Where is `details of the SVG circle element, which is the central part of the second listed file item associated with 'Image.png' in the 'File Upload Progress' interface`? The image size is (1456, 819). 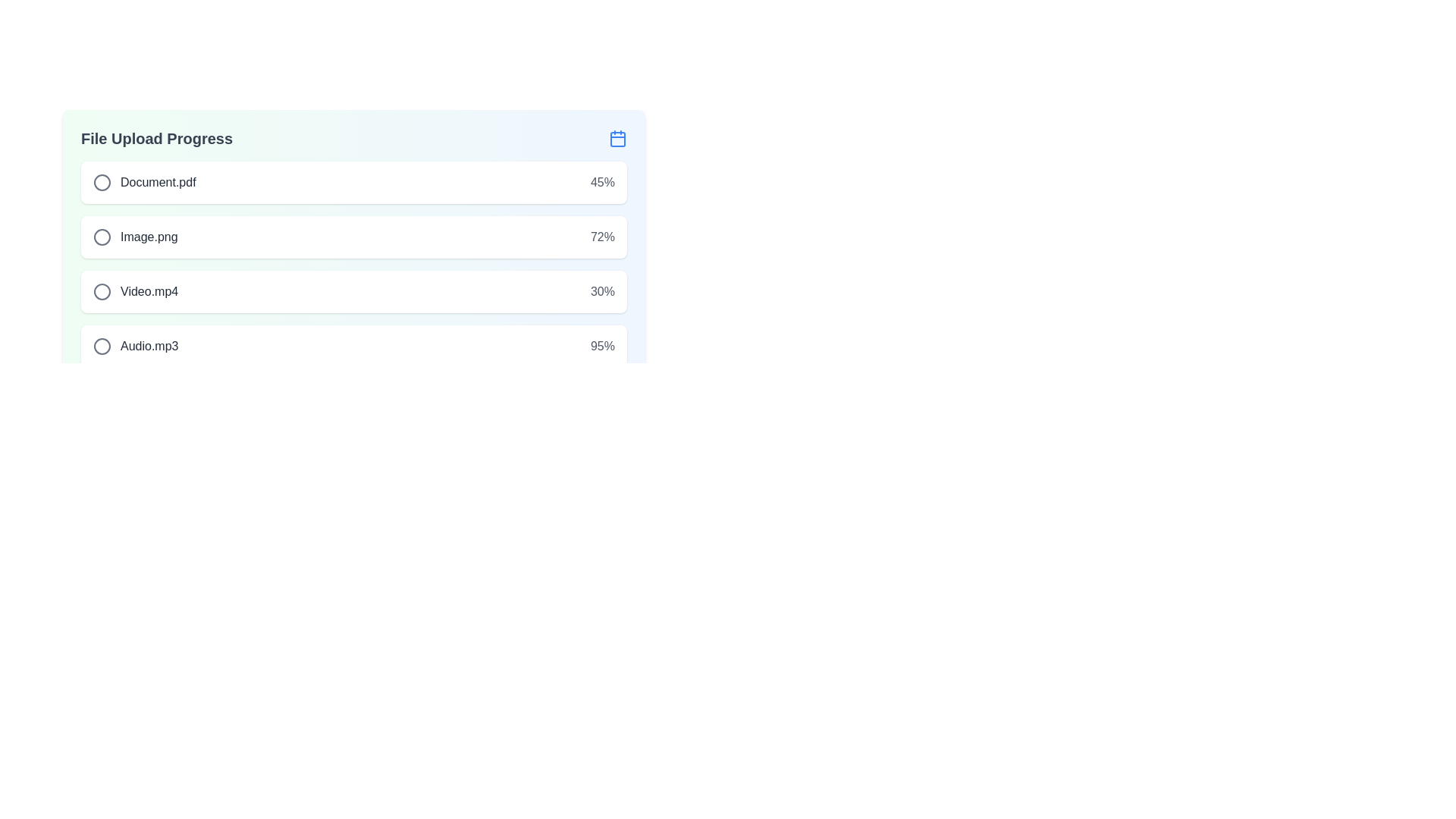 details of the SVG circle element, which is the central part of the second listed file item associated with 'Image.png' in the 'File Upload Progress' interface is located at coordinates (101, 237).